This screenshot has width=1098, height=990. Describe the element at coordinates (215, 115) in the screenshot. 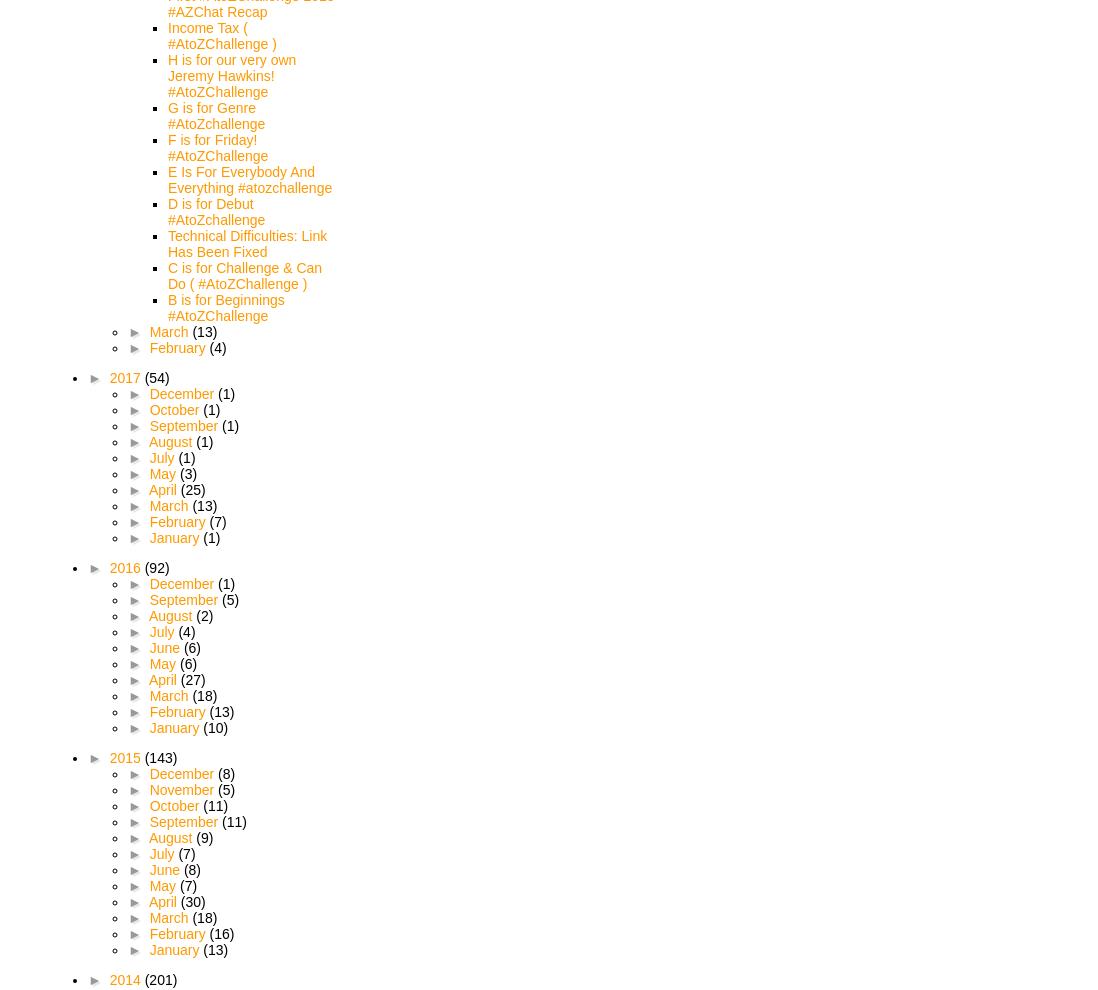

I see `'G is for Genre #AtoZchallenge'` at that location.